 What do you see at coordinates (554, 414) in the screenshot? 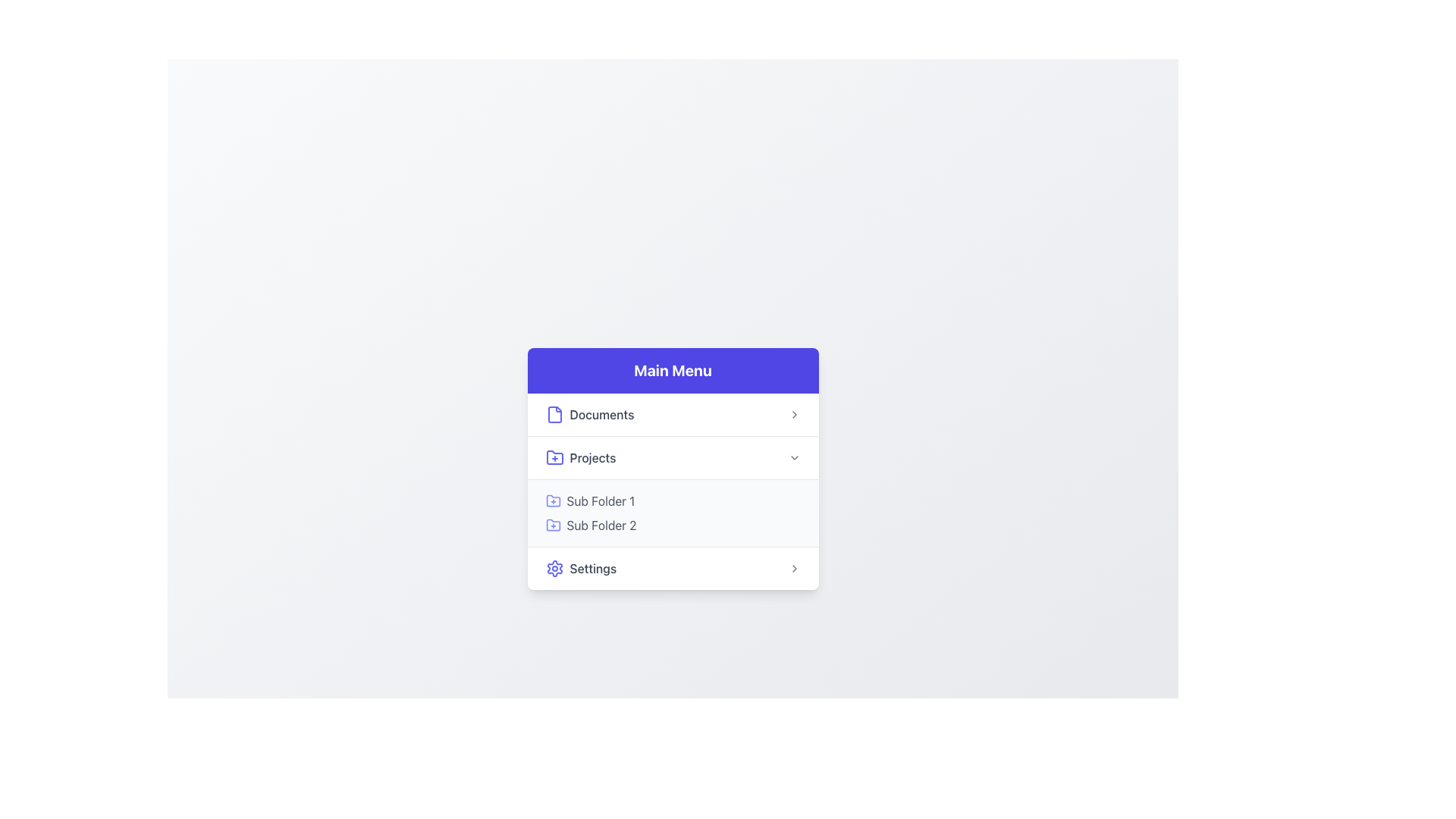
I see `the 'Documents' icon, which is positioned at the leftmost side of the row labeled 'Documents' in the menu box` at bounding box center [554, 414].